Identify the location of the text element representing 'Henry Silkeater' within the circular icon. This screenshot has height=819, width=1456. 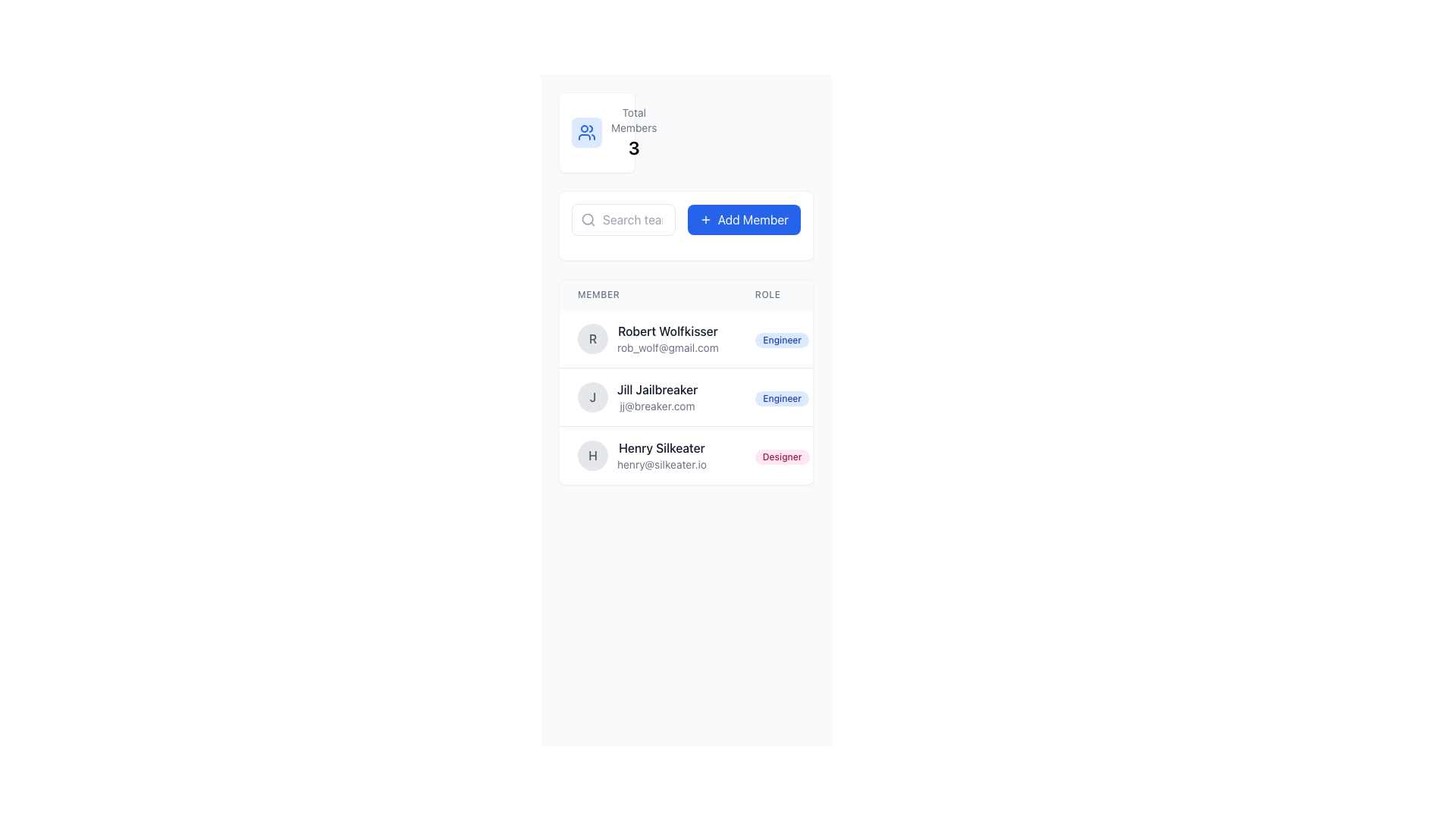
(592, 455).